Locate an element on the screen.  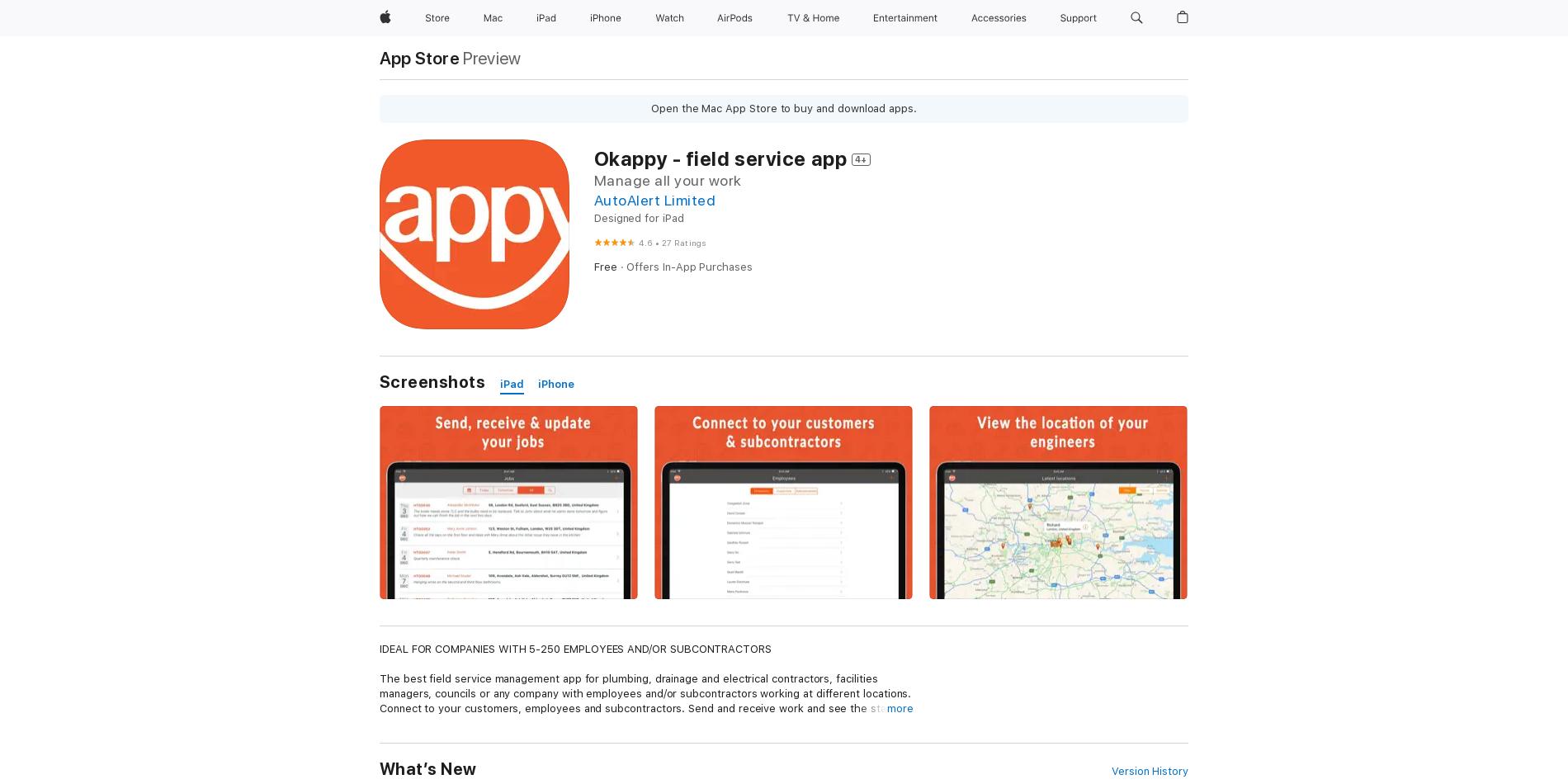
'The best field service management app for plumbing, drainage and electrical contractors, facilities managers, councils or any company with employees and/or subcontractors working at different locations. Connect to your customers, employees and subcontractors. Send and receive work and see the status of the work as it's updated by your engineers or subcontractors out in the field.' is located at coordinates (645, 700).